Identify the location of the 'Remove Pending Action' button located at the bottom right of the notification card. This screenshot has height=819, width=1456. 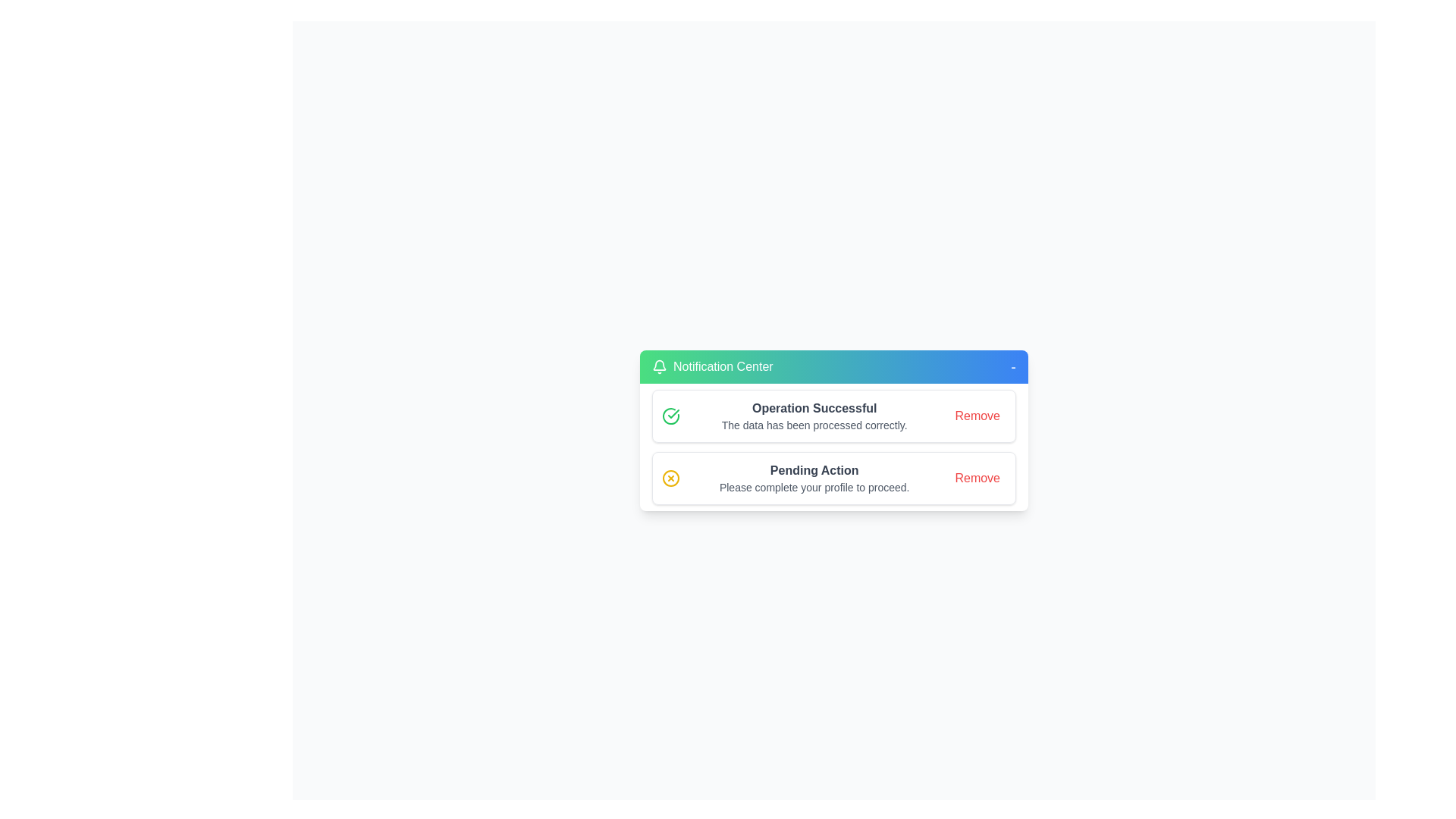
(977, 479).